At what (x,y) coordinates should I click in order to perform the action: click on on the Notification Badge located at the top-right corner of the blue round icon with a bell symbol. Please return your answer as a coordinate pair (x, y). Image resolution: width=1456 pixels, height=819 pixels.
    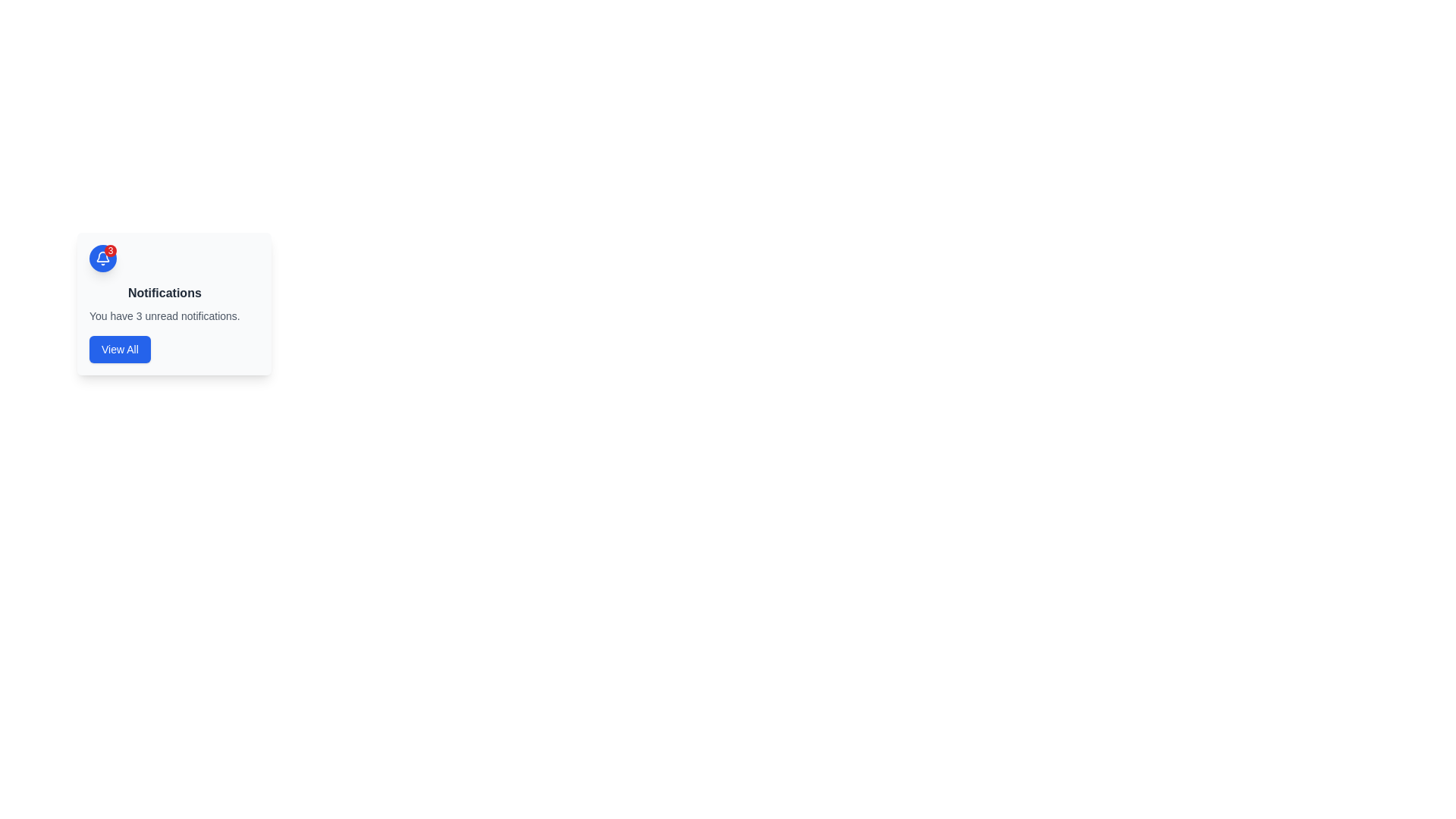
    Looking at the image, I should click on (102, 257).